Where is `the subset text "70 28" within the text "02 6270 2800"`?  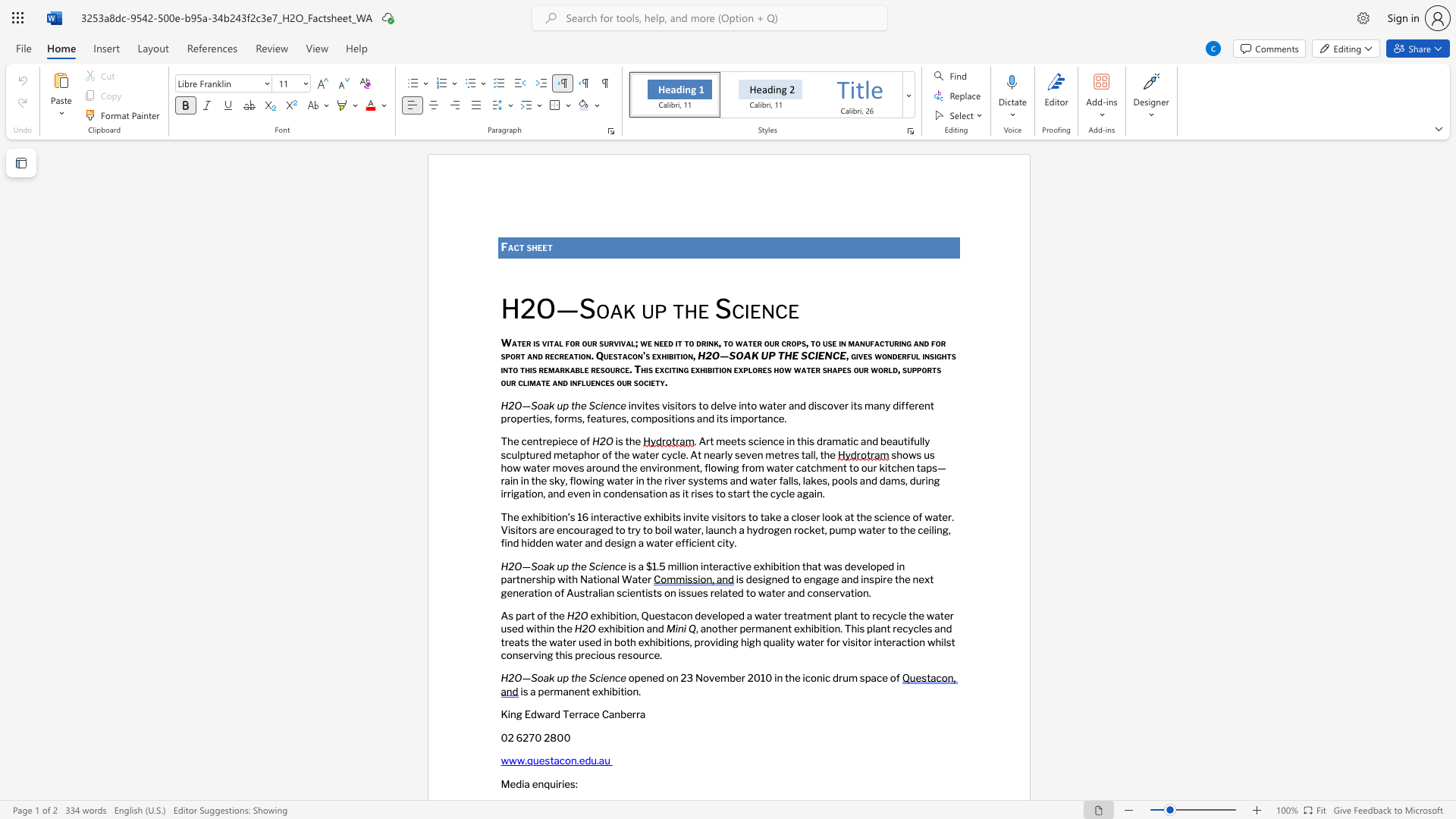 the subset text "70 28" within the text "02 6270 2800" is located at coordinates (529, 736).